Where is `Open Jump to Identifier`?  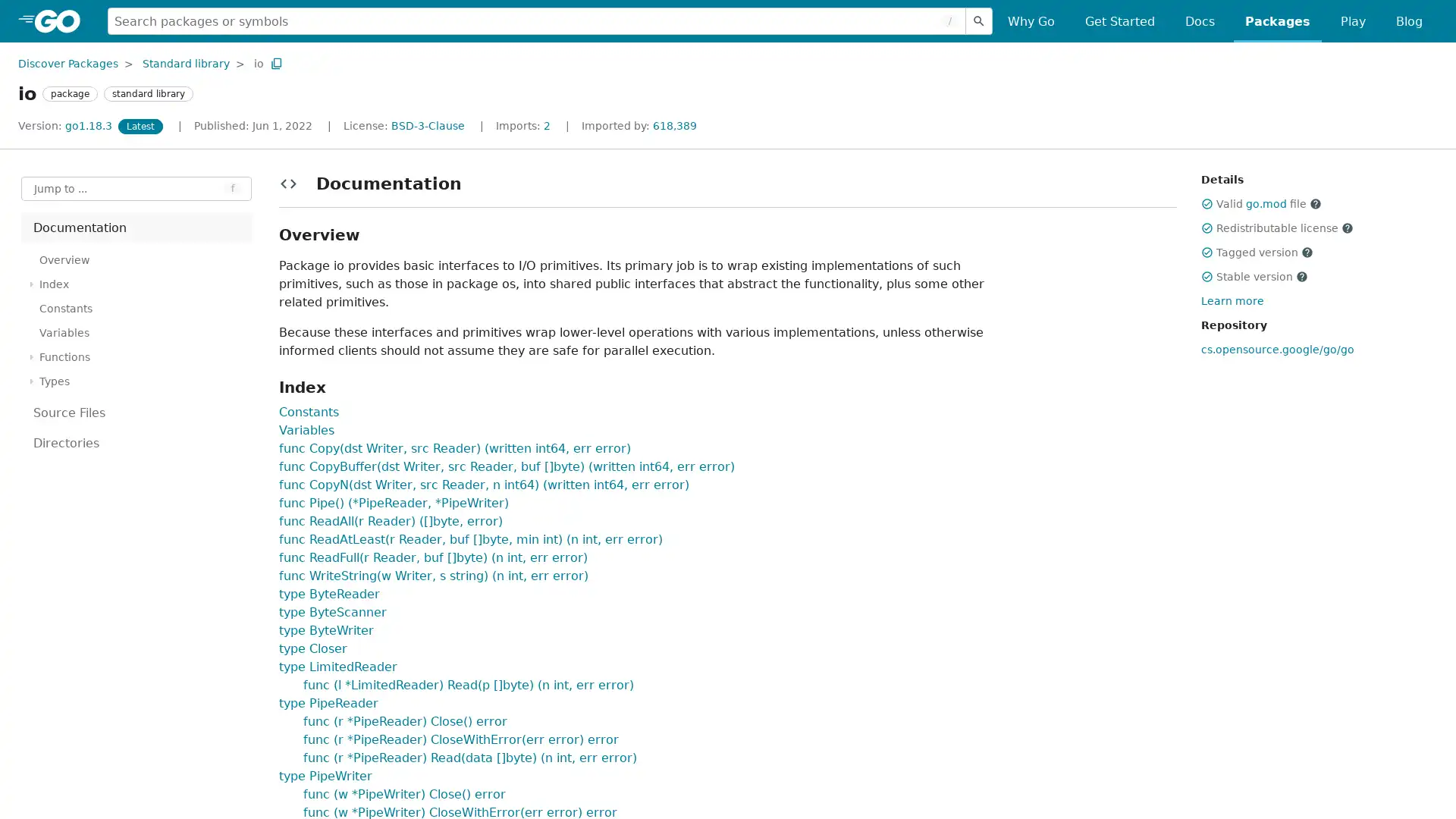
Open Jump to Identifier is located at coordinates (136, 188).